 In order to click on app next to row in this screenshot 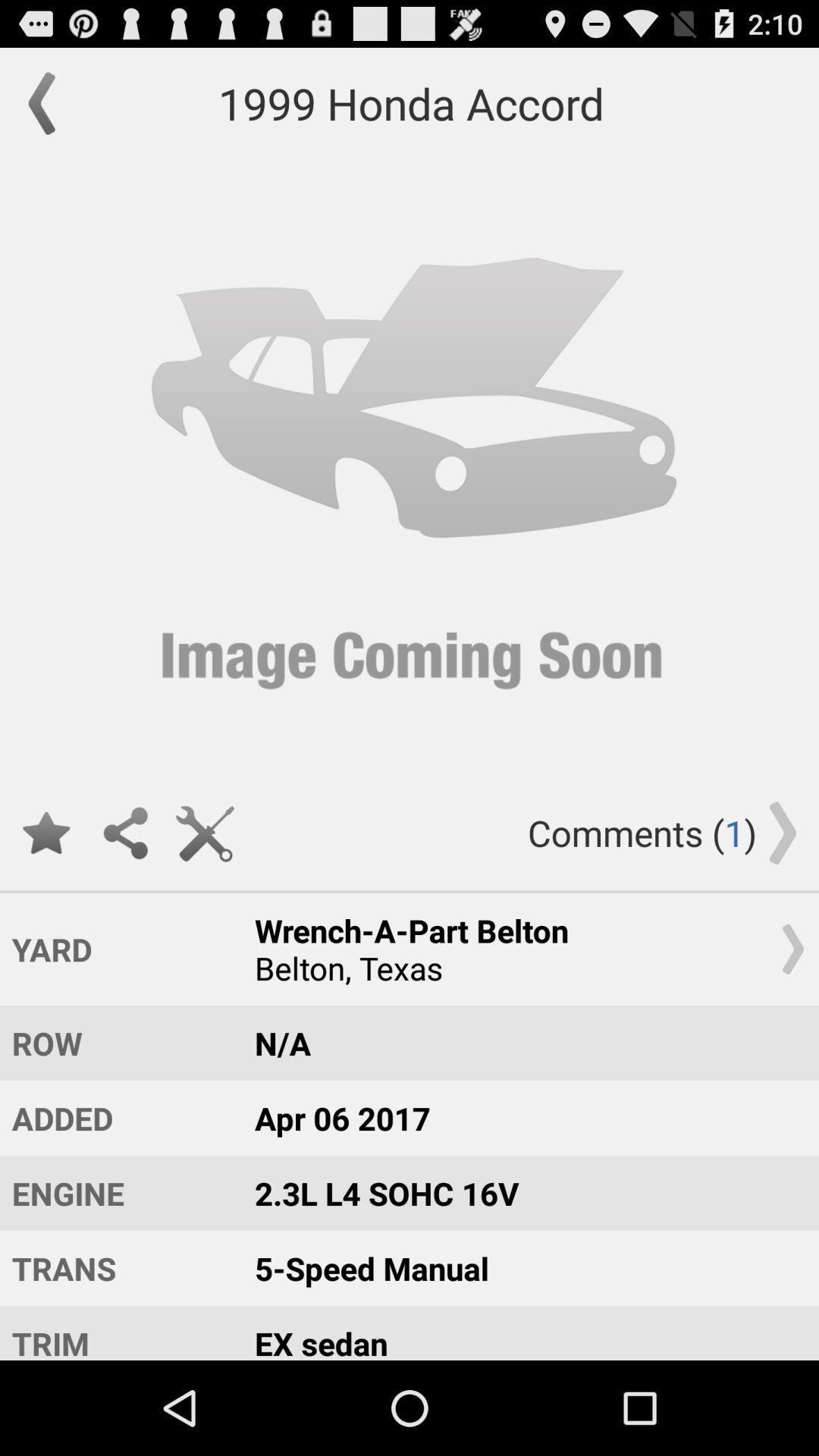, I will do `click(522, 1042)`.